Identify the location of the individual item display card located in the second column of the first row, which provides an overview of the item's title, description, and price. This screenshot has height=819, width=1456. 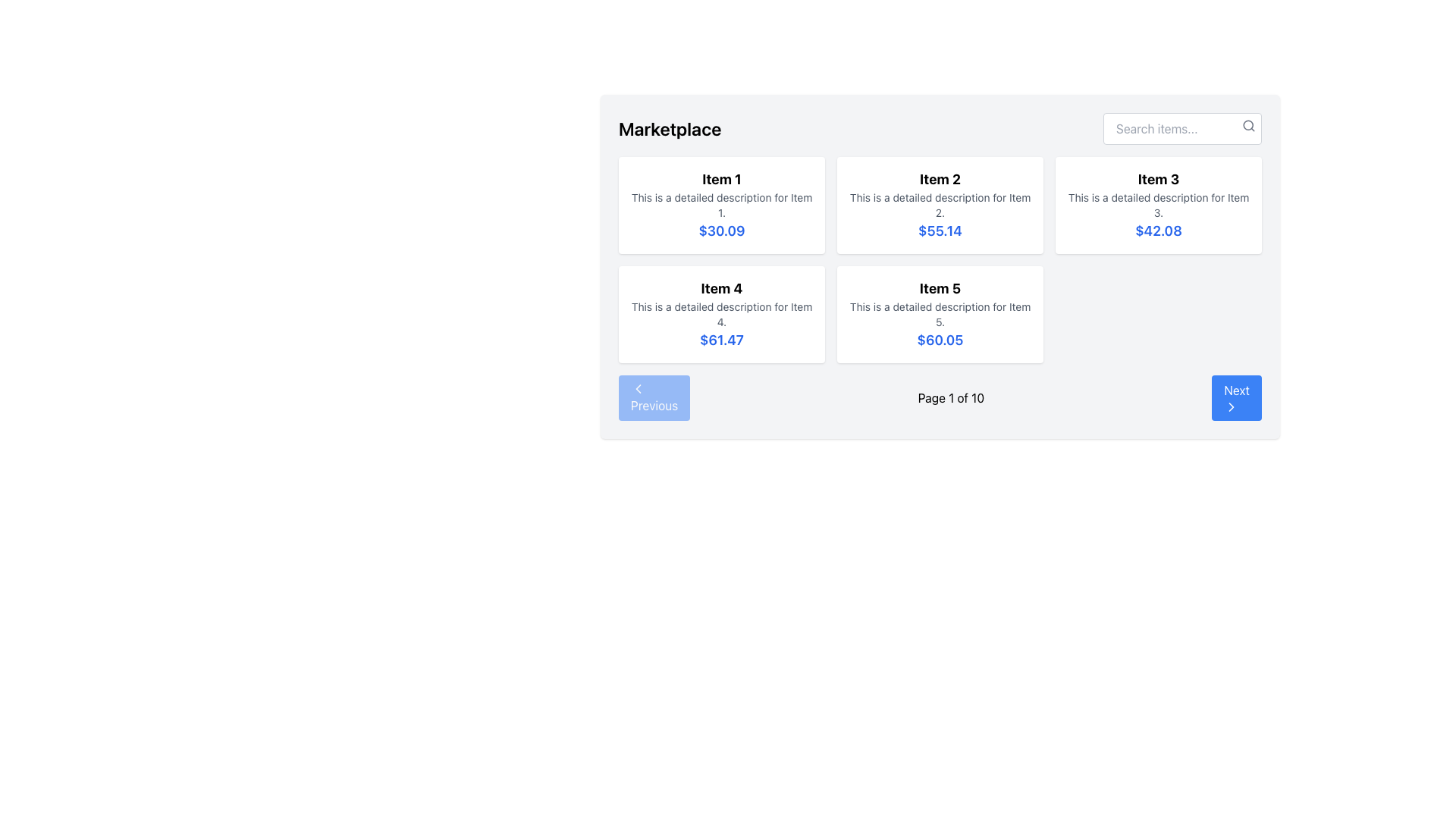
(939, 205).